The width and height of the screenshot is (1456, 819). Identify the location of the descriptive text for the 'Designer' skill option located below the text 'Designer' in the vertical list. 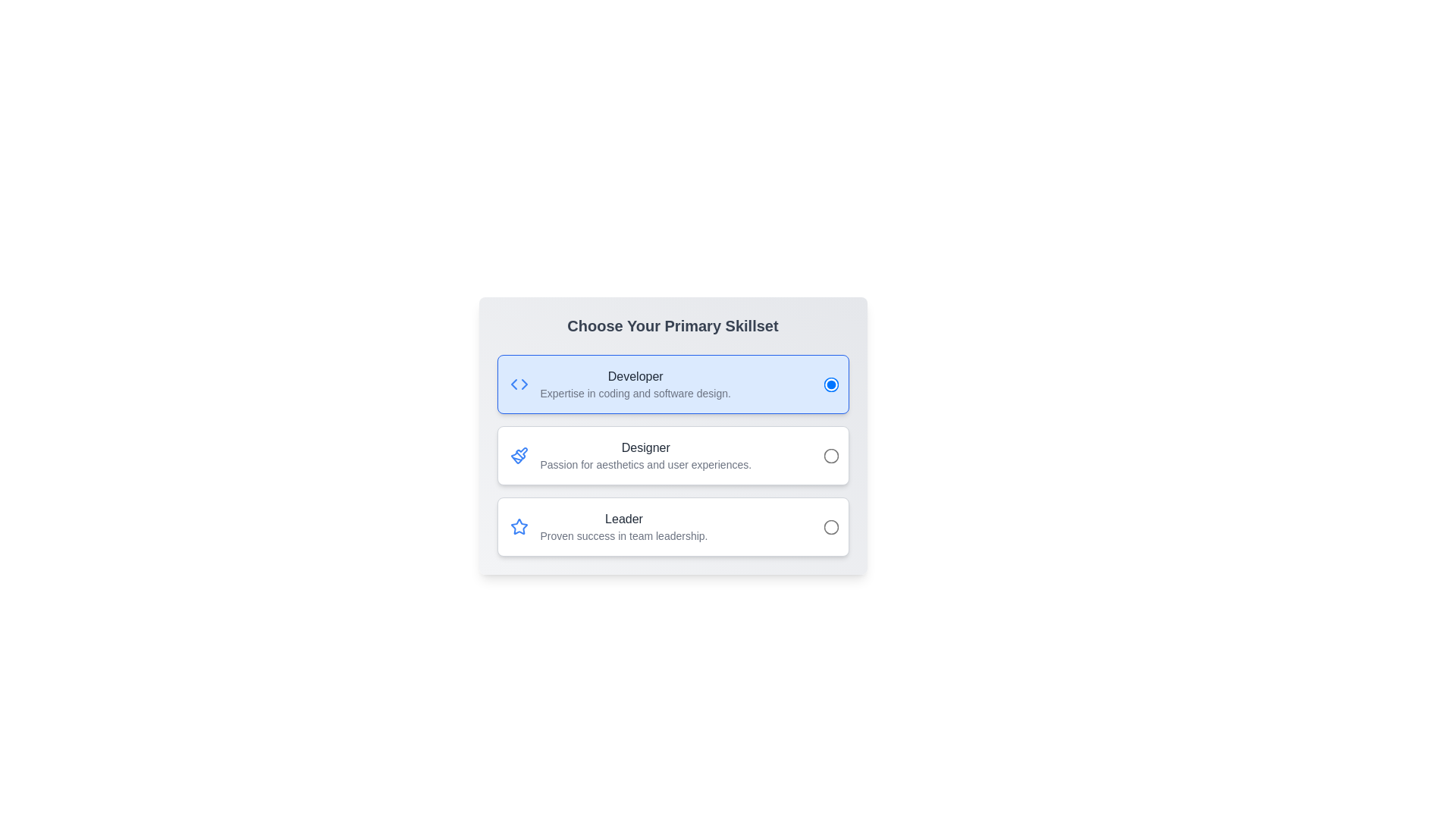
(645, 464).